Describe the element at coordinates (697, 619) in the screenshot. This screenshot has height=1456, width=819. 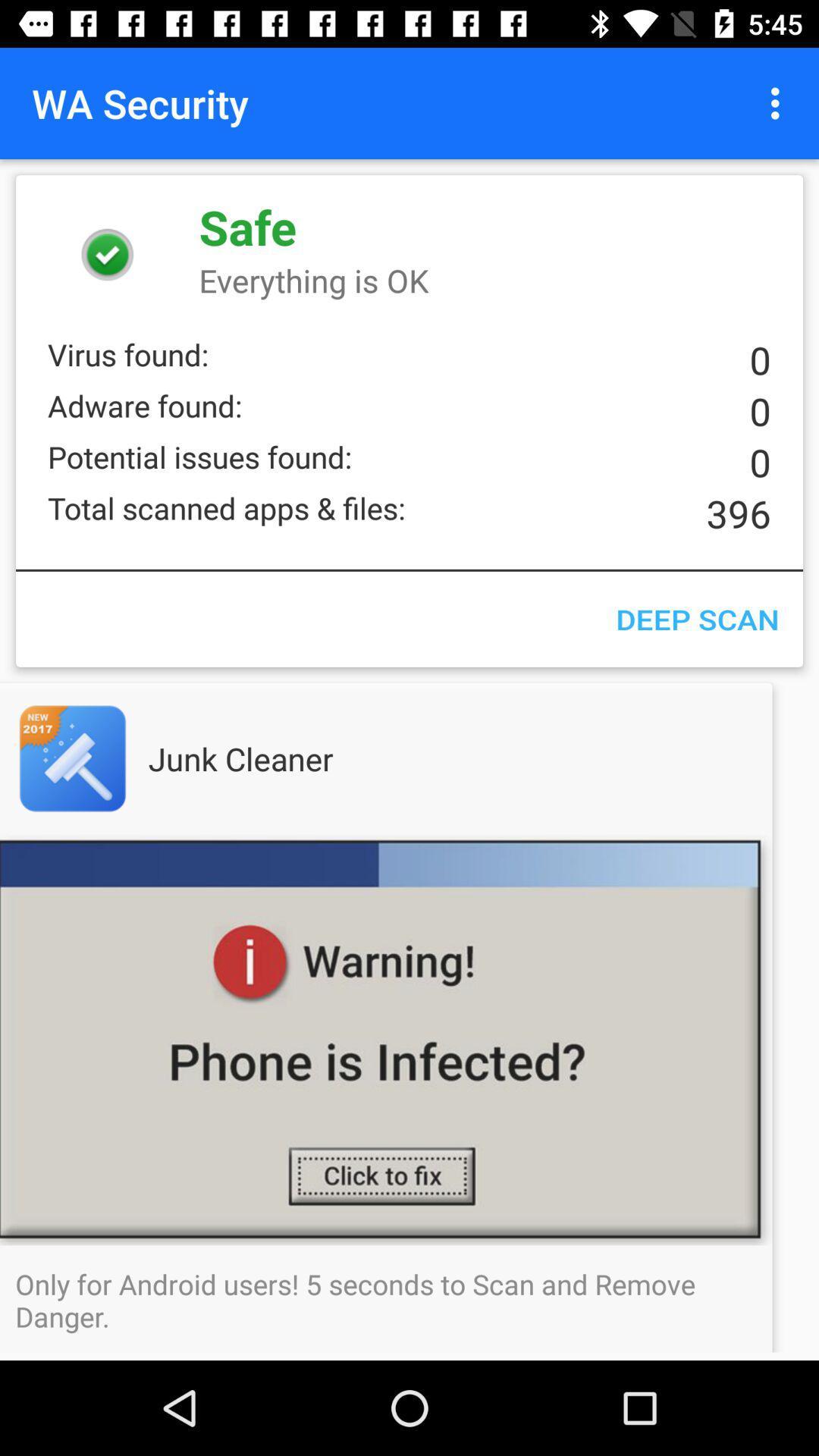
I see `the deep scan` at that location.